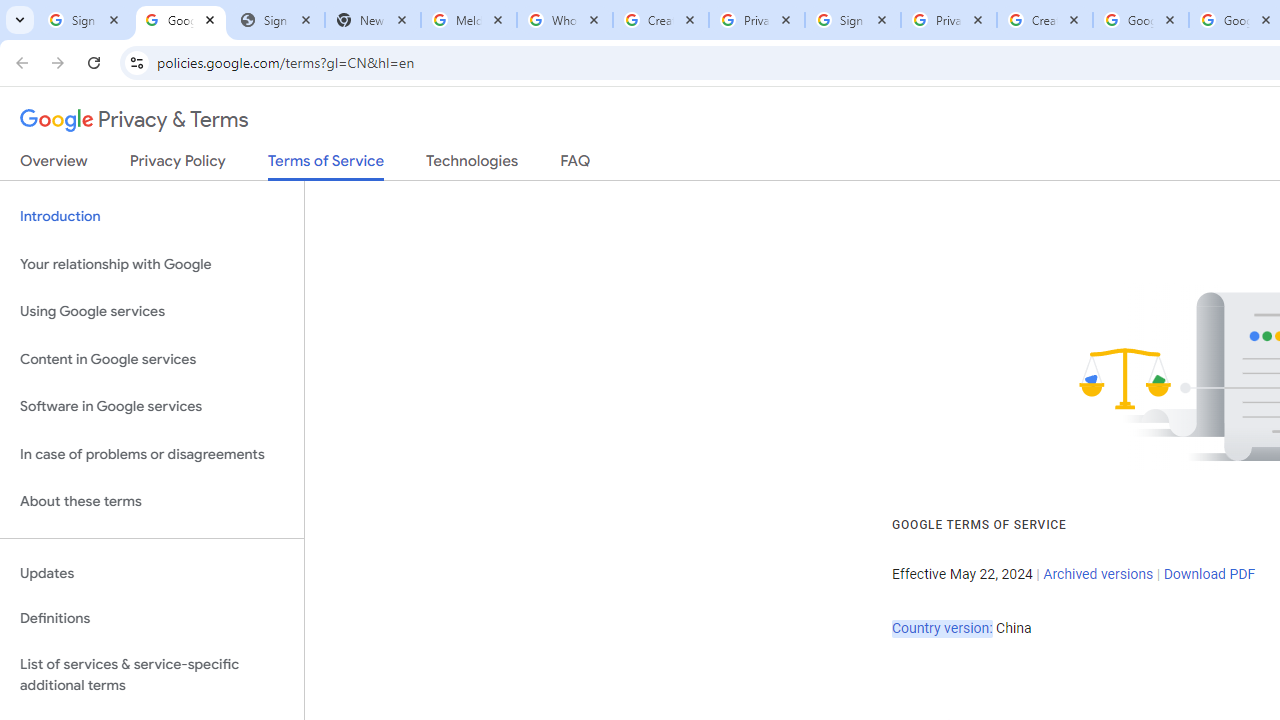 The width and height of the screenshot is (1280, 720). What do you see at coordinates (177, 164) in the screenshot?
I see `'Privacy Policy'` at bounding box center [177, 164].